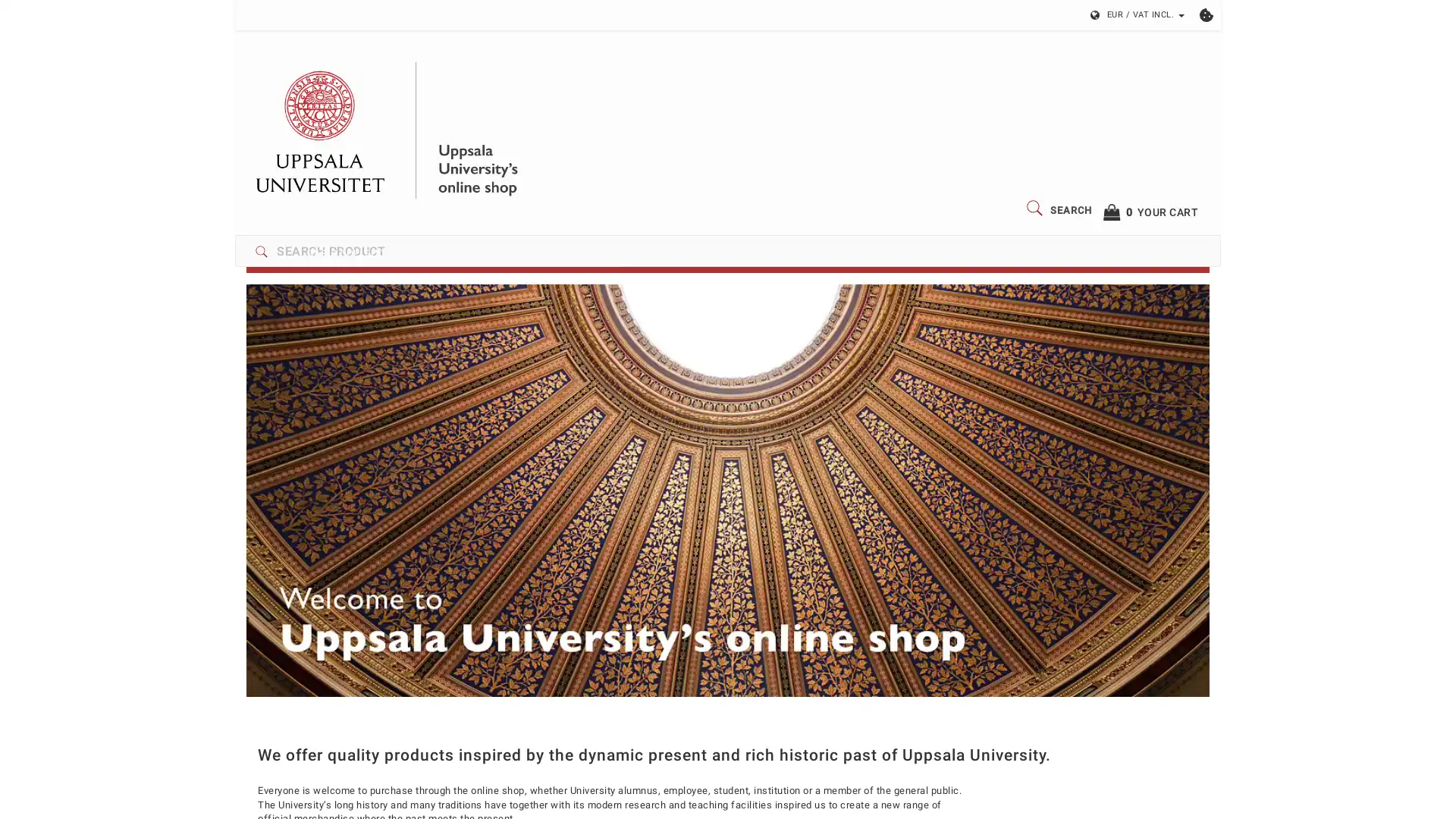 The image size is (1456, 819). I want to click on EUR / VAT INCL., so click(1139, 14).